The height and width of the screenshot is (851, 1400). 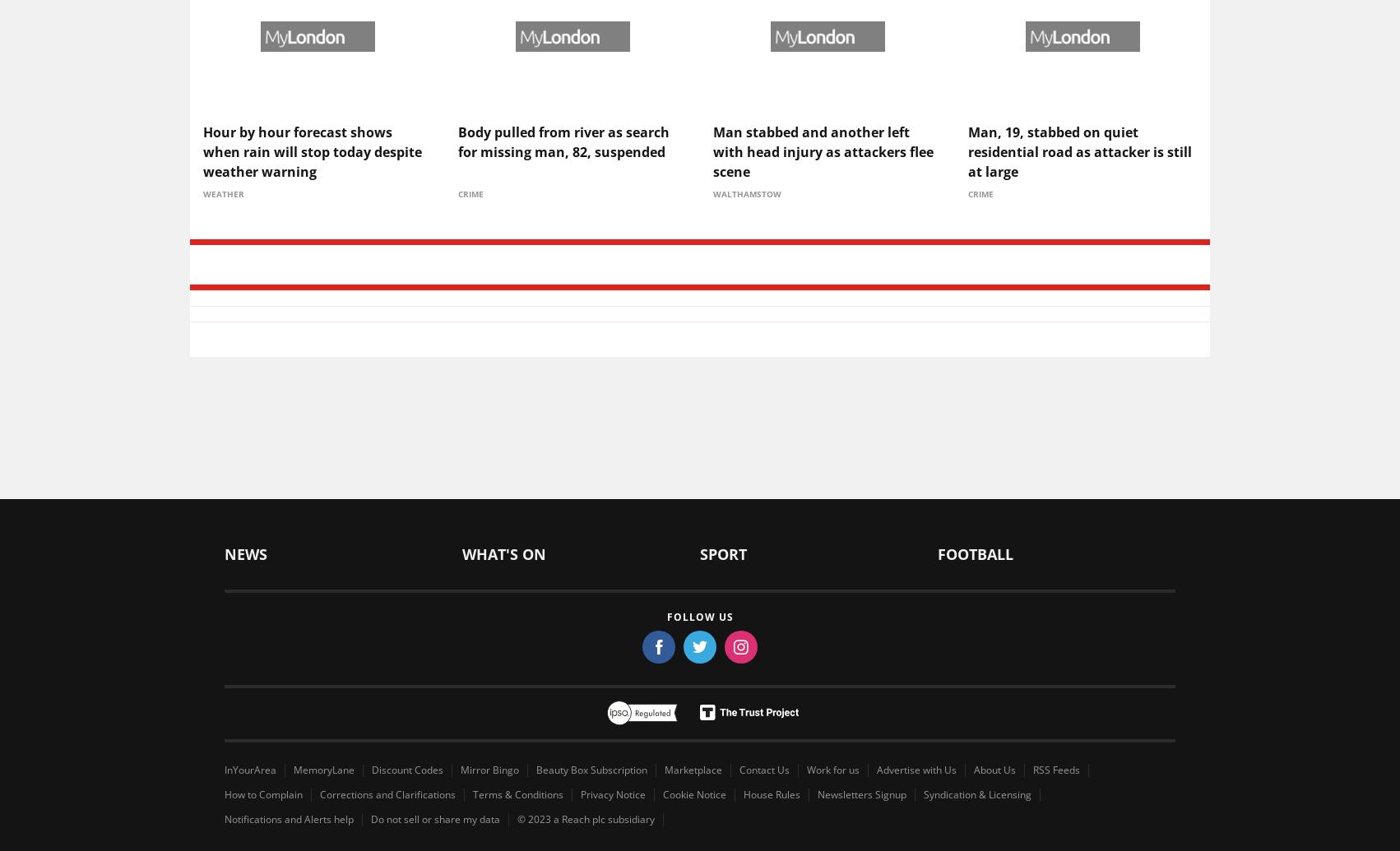 I want to click on 'Man, 19, stabbed on quiet residential road as attacker is still at large', so click(x=1078, y=151).